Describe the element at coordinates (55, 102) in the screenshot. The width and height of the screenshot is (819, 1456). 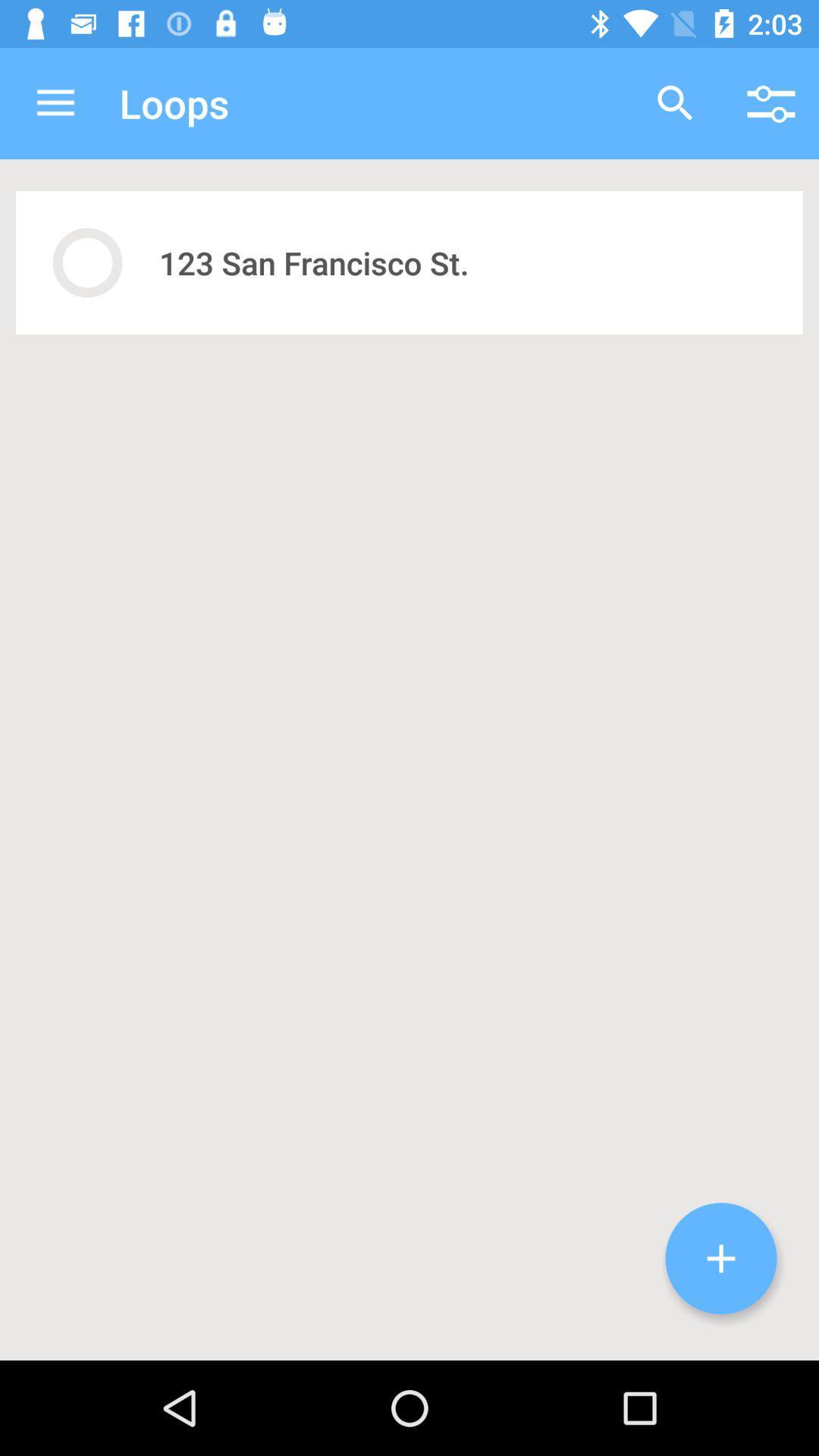
I see `icon next to loops` at that location.